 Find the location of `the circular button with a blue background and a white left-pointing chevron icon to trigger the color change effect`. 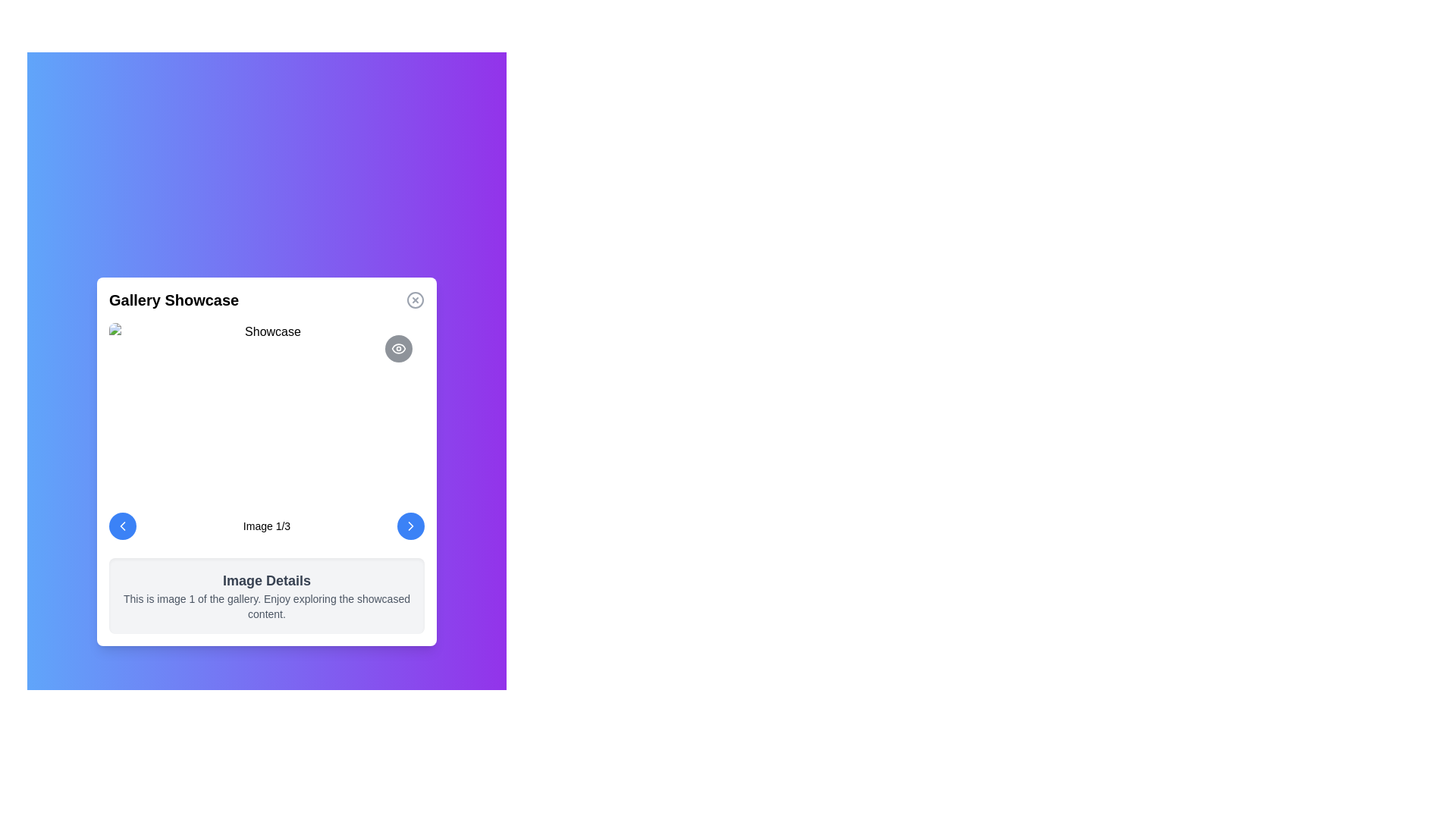

the circular button with a blue background and a white left-pointing chevron icon to trigger the color change effect is located at coordinates (123, 526).